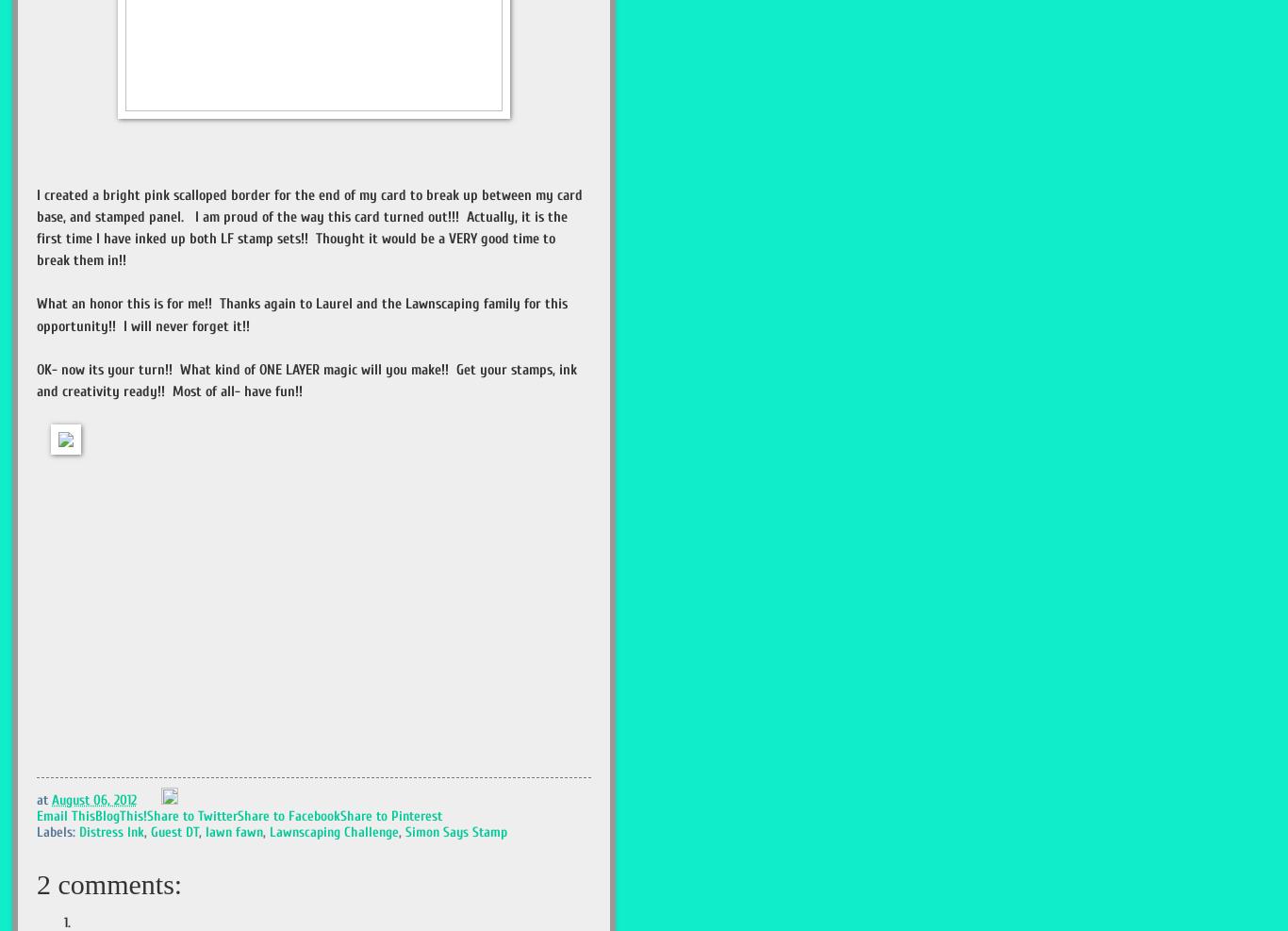  Describe the element at coordinates (120, 815) in the screenshot. I see `'BlogThis!'` at that location.